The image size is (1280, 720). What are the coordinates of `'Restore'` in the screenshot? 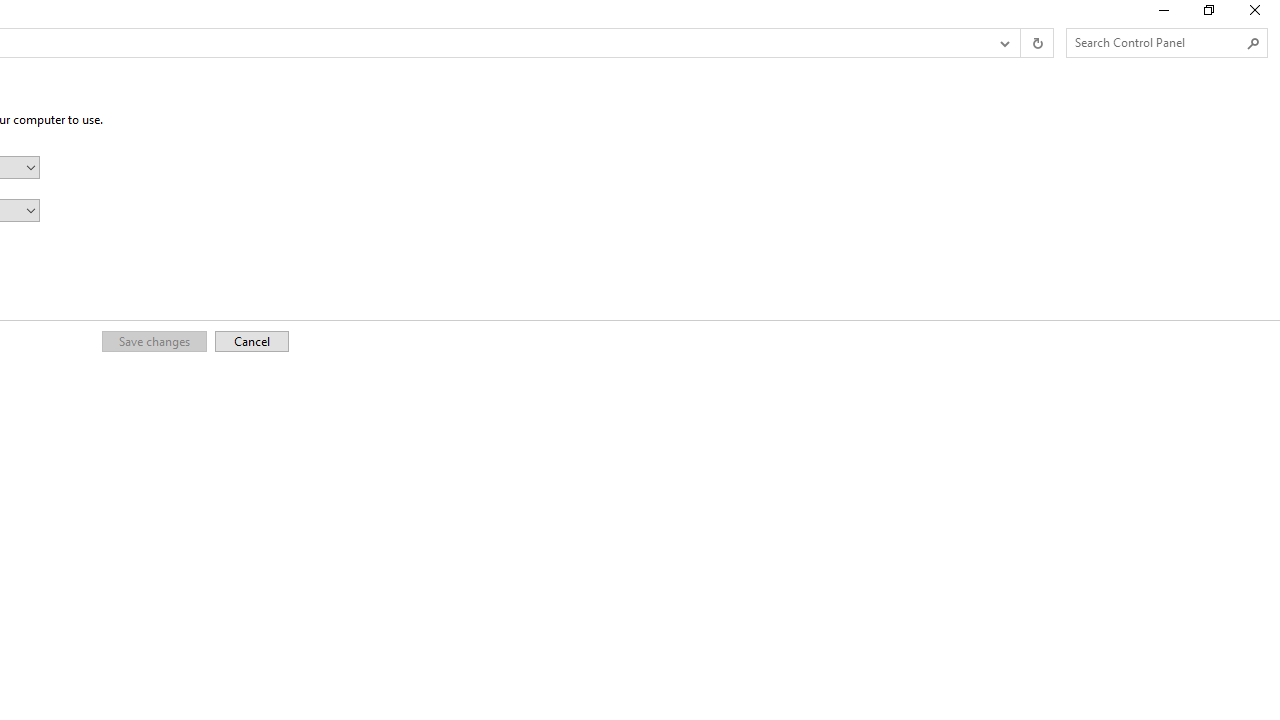 It's located at (1207, 15).